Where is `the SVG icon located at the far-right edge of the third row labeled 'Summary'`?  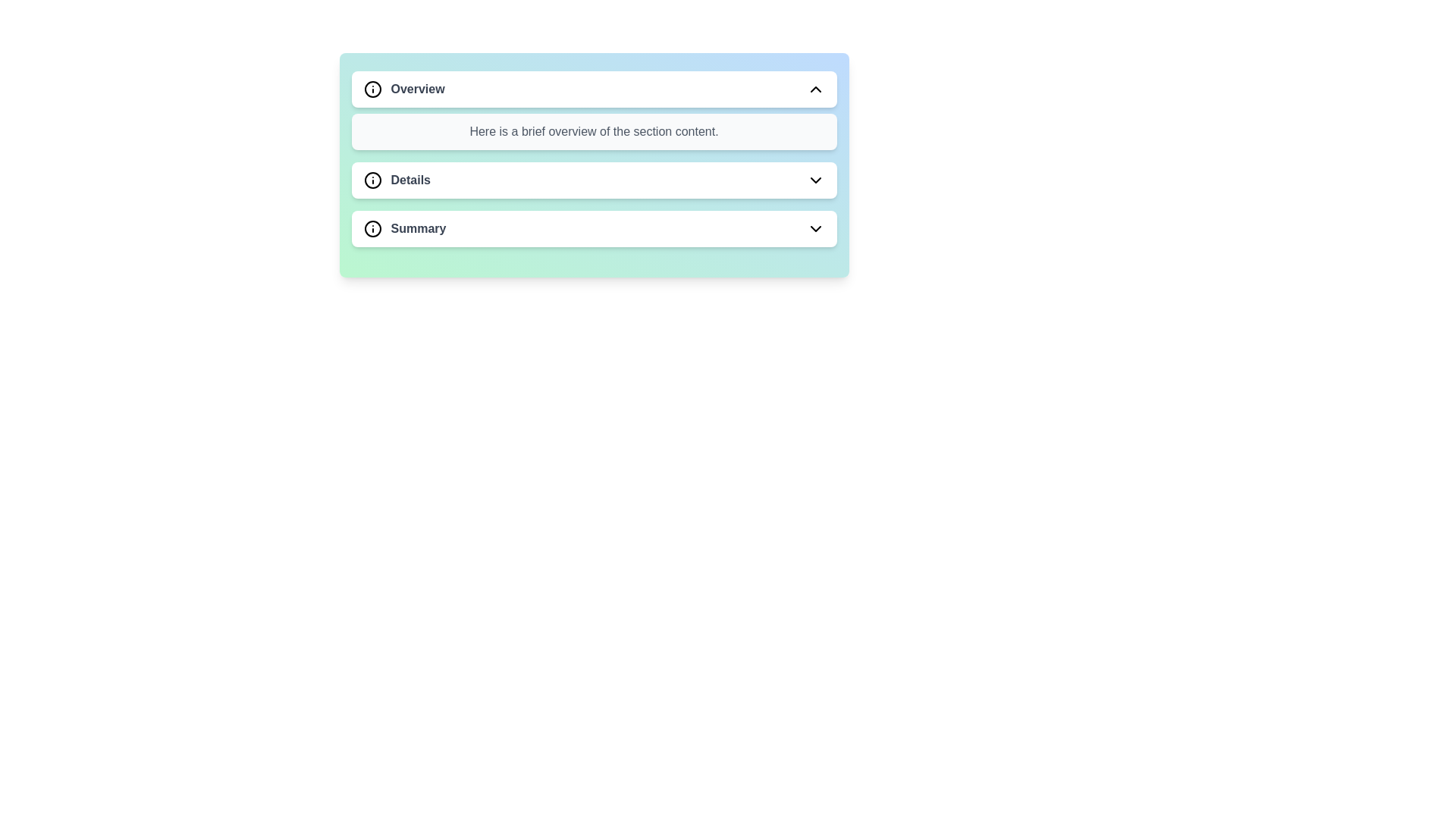
the SVG icon located at the far-right edge of the third row labeled 'Summary' is located at coordinates (814, 228).